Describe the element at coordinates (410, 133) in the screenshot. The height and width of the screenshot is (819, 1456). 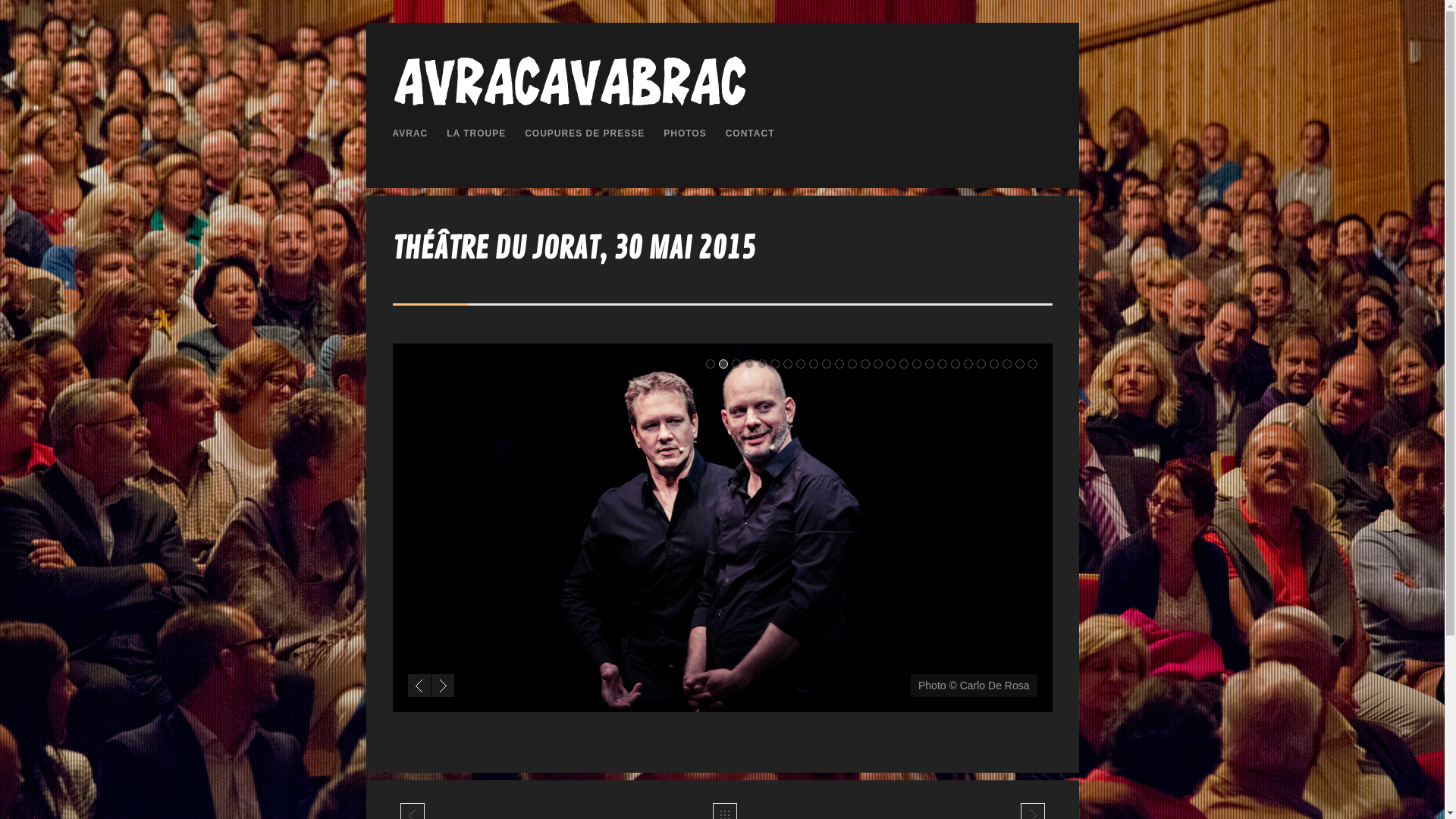
I see `'AVRAC'` at that location.